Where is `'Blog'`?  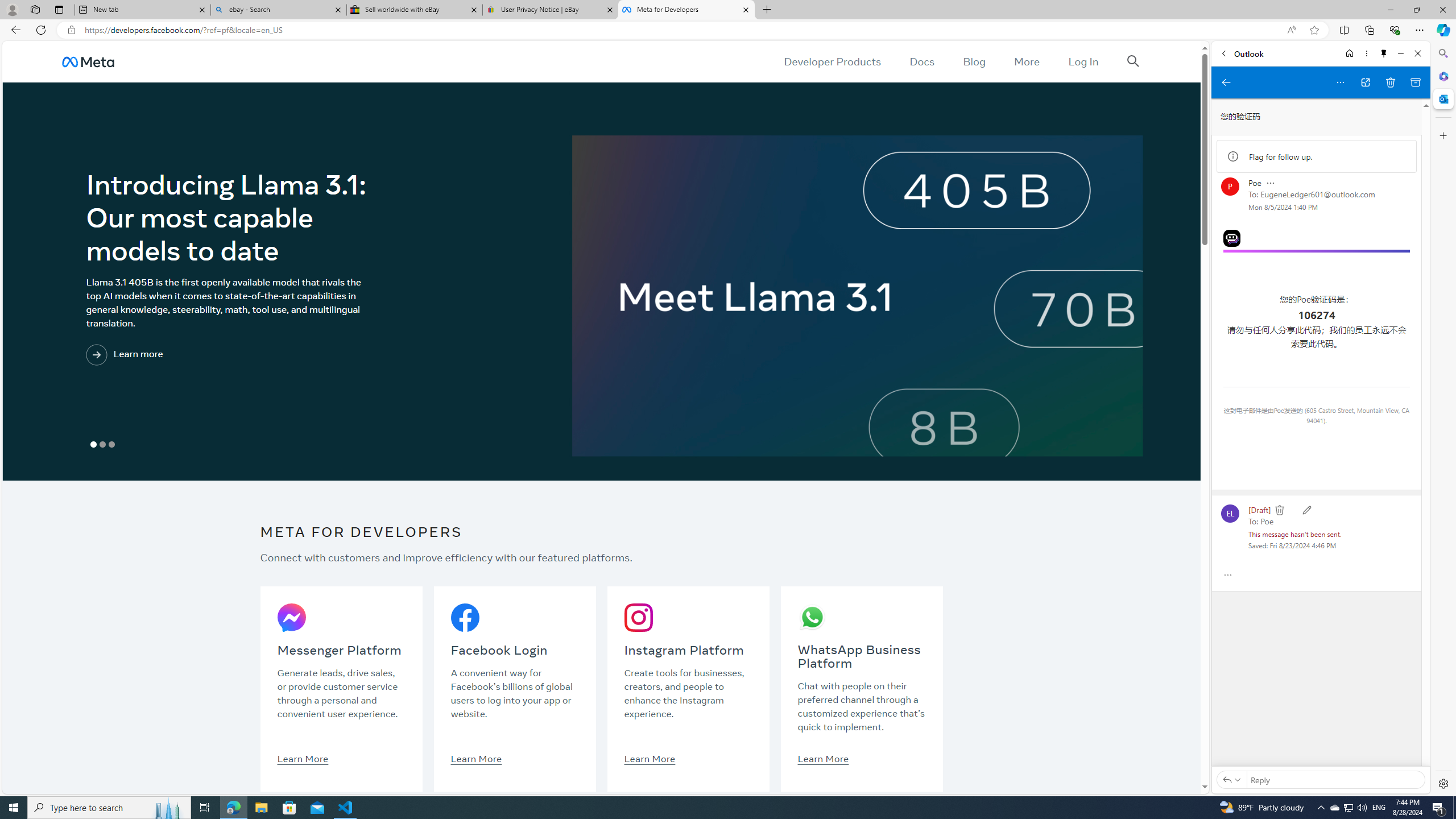
'Blog' is located at coordinates (974, 61).